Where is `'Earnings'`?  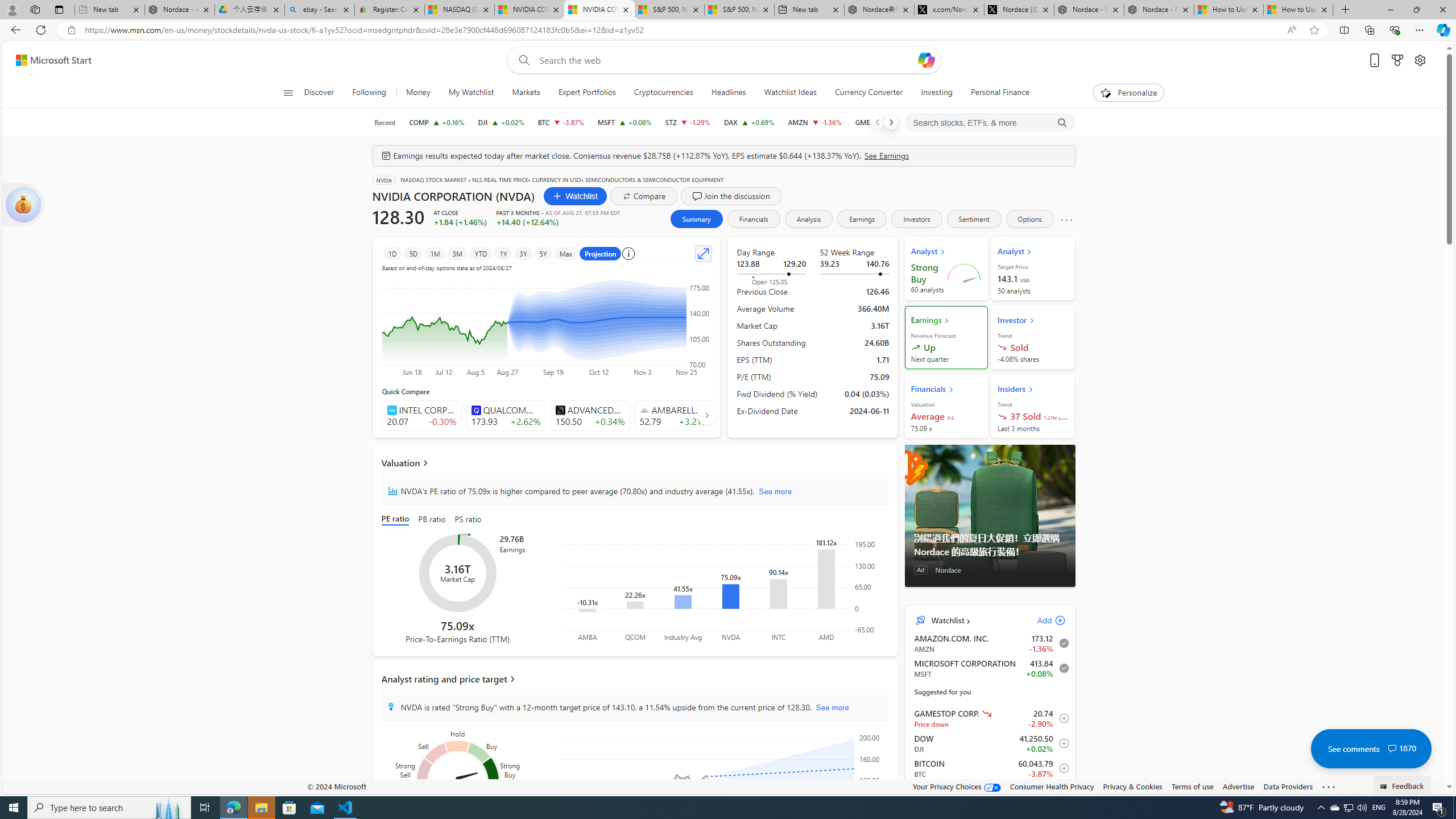
'Earnings' is located at coordinates (862, 218).